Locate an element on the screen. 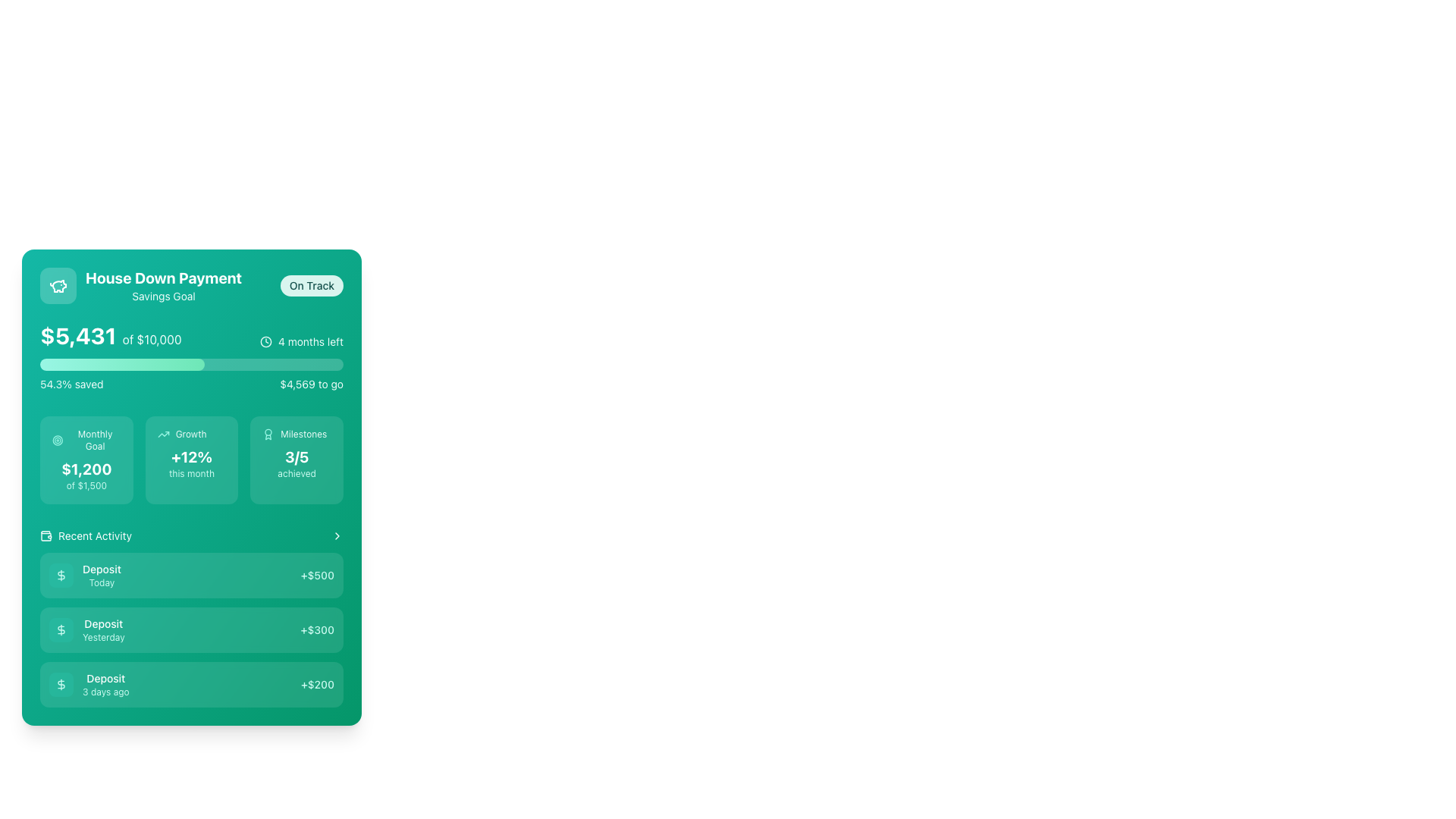 The width and height of the screenshot is (1456, 819). the second entry in the 'Recent Activity' section of the financial dashboard, which displays a summary of a deposit transaction labeled 'Deposit Yesterday' with an amount of '+$300', for further details is located at coordinates (191, 629).